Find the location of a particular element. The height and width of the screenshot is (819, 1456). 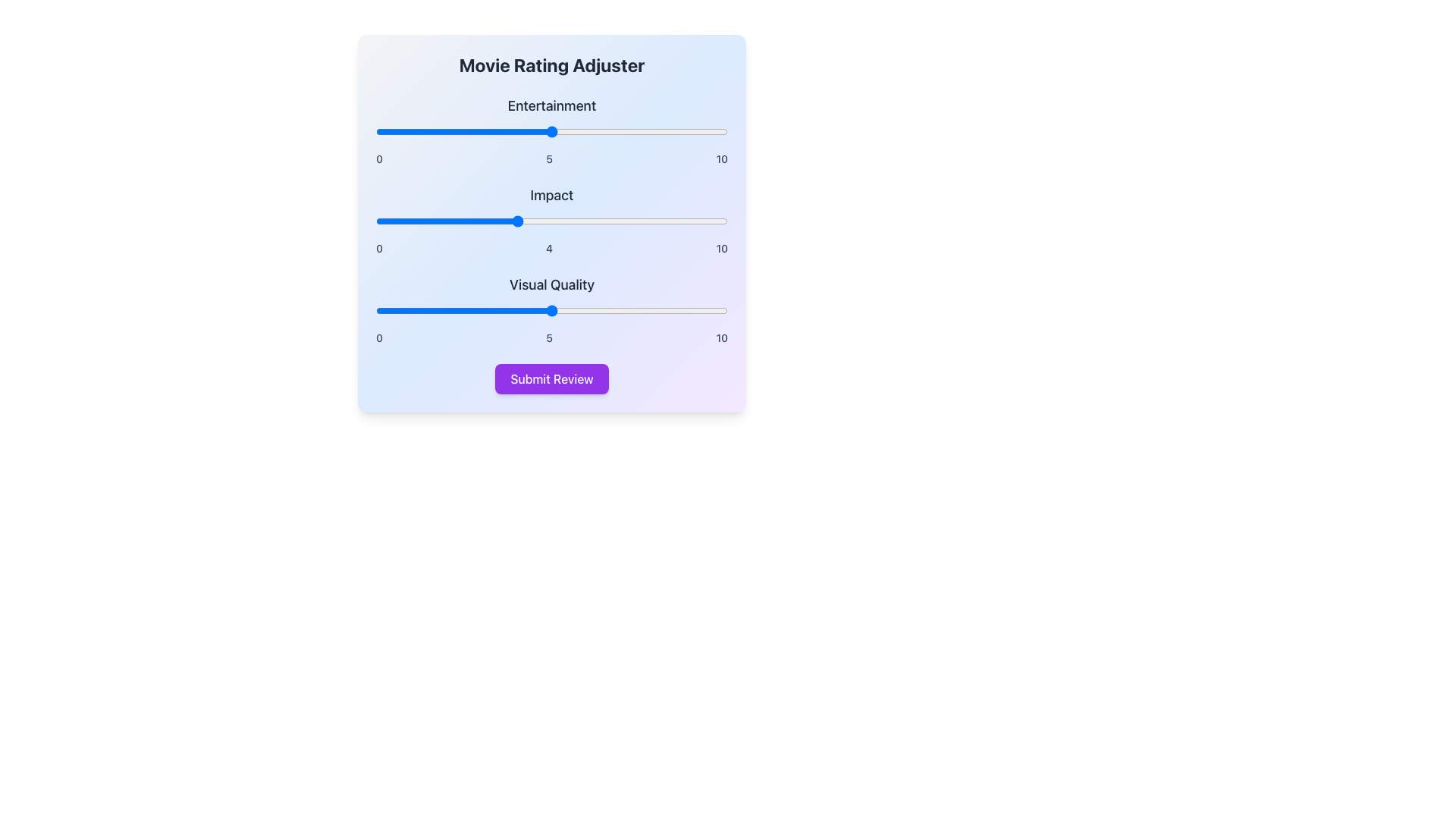

Visual Quality is located at coordinates (551, 309).